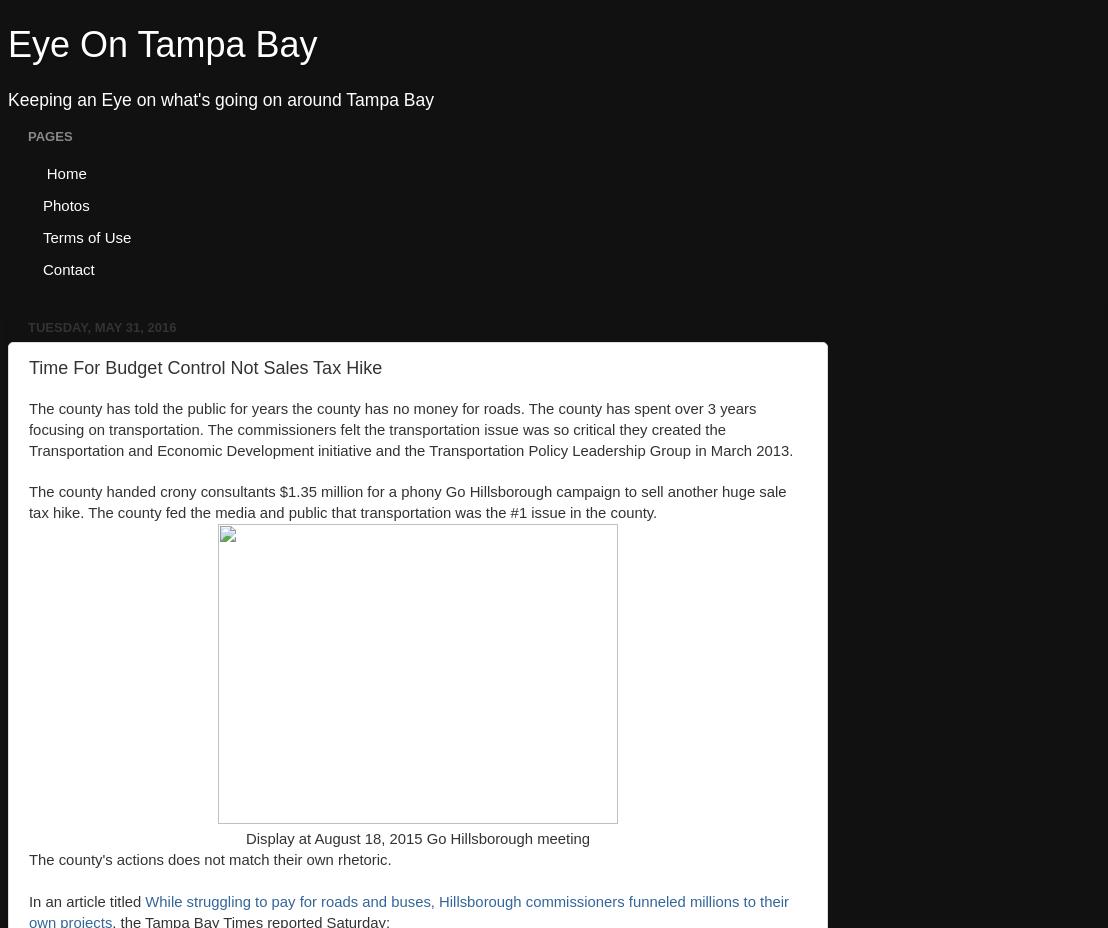 The height and width of the screenshot is (928, 1108). Describe the element at coordinates (205, 367) in the screenshot. I see `'Time For Budget Control Not Sales Tax Hike'` at that location.